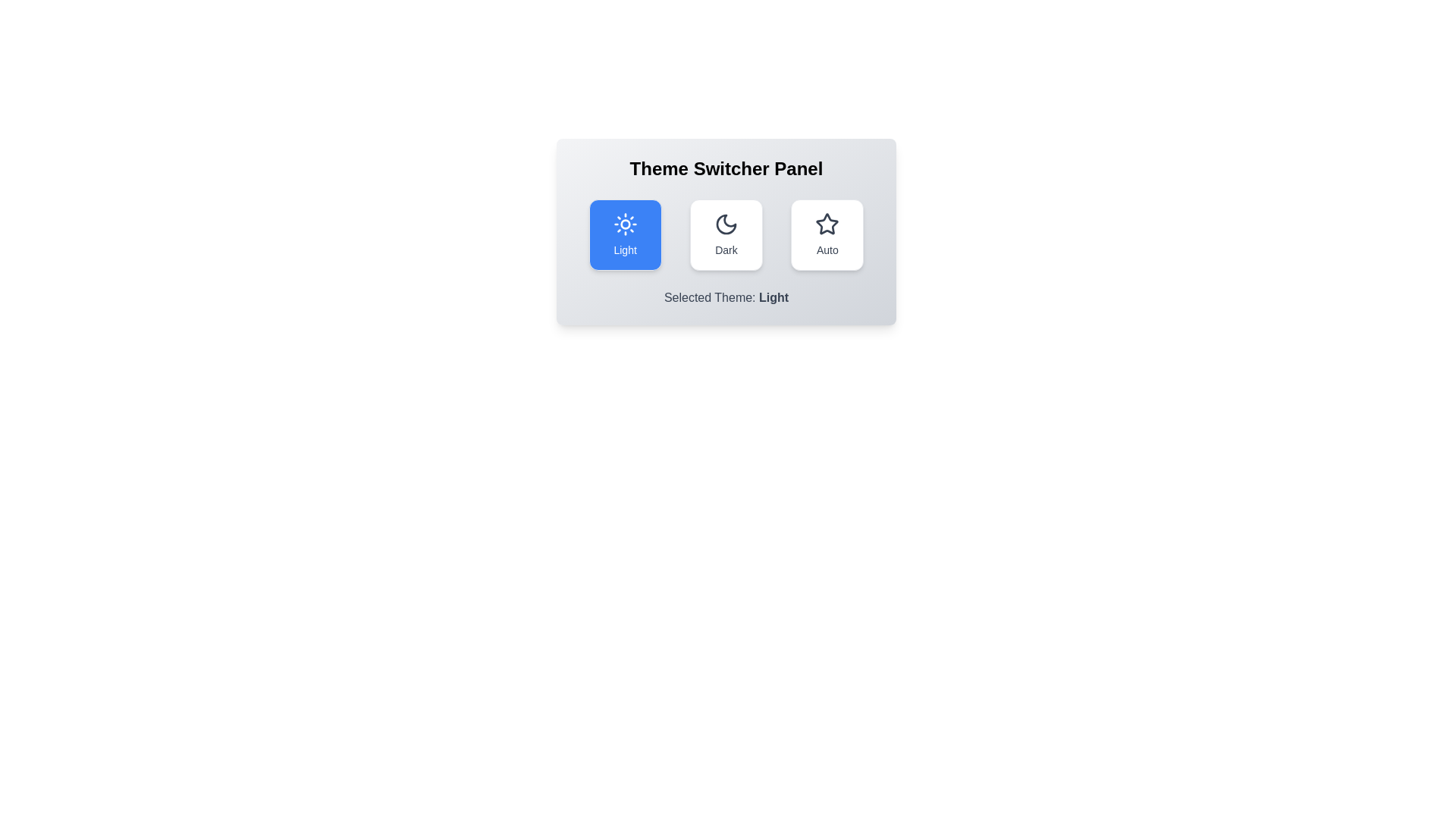 The image size is (1456, 819). What do you see at coordinates (725, 224) in the screenshot?
I see `the crescent moon icon inside the theme switcher button` at bounding box center [725, 224].